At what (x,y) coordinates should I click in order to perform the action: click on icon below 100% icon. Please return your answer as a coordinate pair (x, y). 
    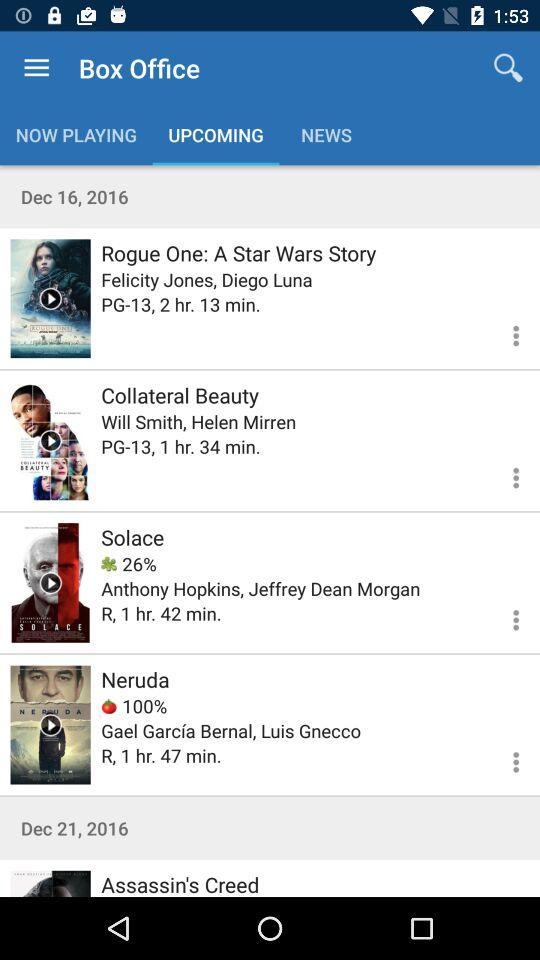
    Looking at the image, I should click on (230, 729).